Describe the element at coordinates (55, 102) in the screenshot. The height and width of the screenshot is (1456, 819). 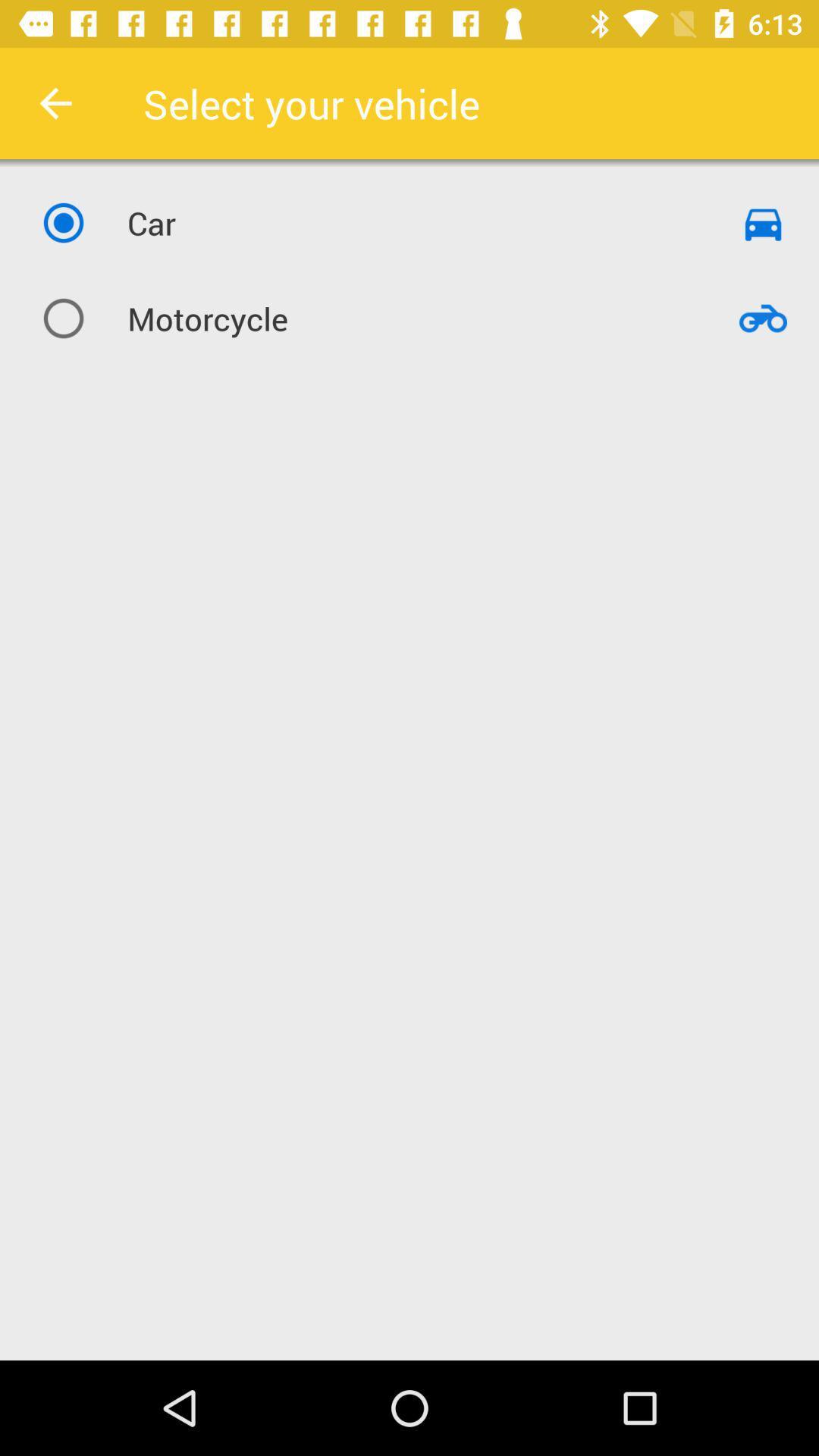
I see `the item to the left of the select your vehicle icon` at that location.